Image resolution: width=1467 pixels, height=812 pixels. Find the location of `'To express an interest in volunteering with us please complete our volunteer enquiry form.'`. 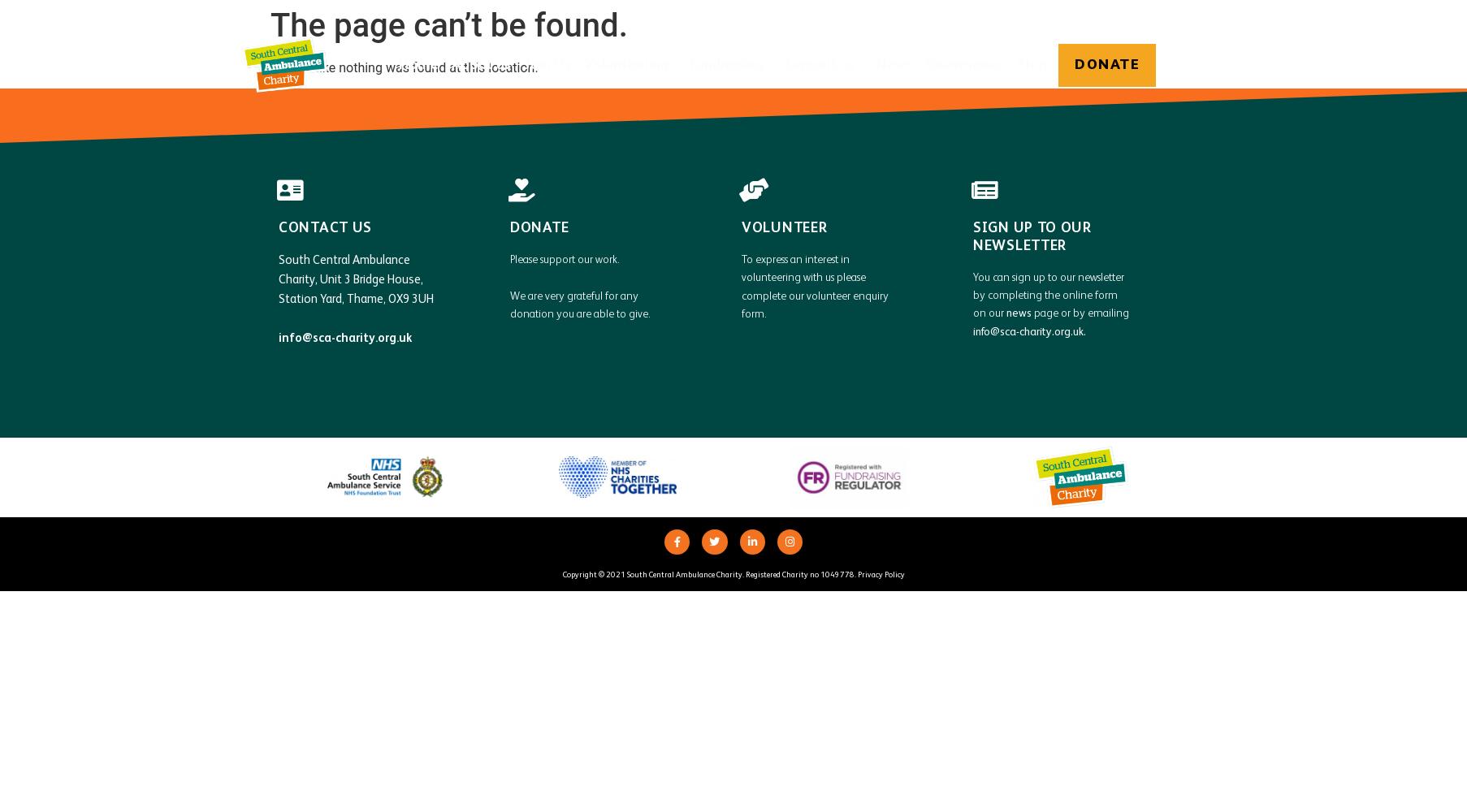

'To express an interest in volunteering with us please complete our volunteer enquiry form.' is located at coordinates (740, 286).